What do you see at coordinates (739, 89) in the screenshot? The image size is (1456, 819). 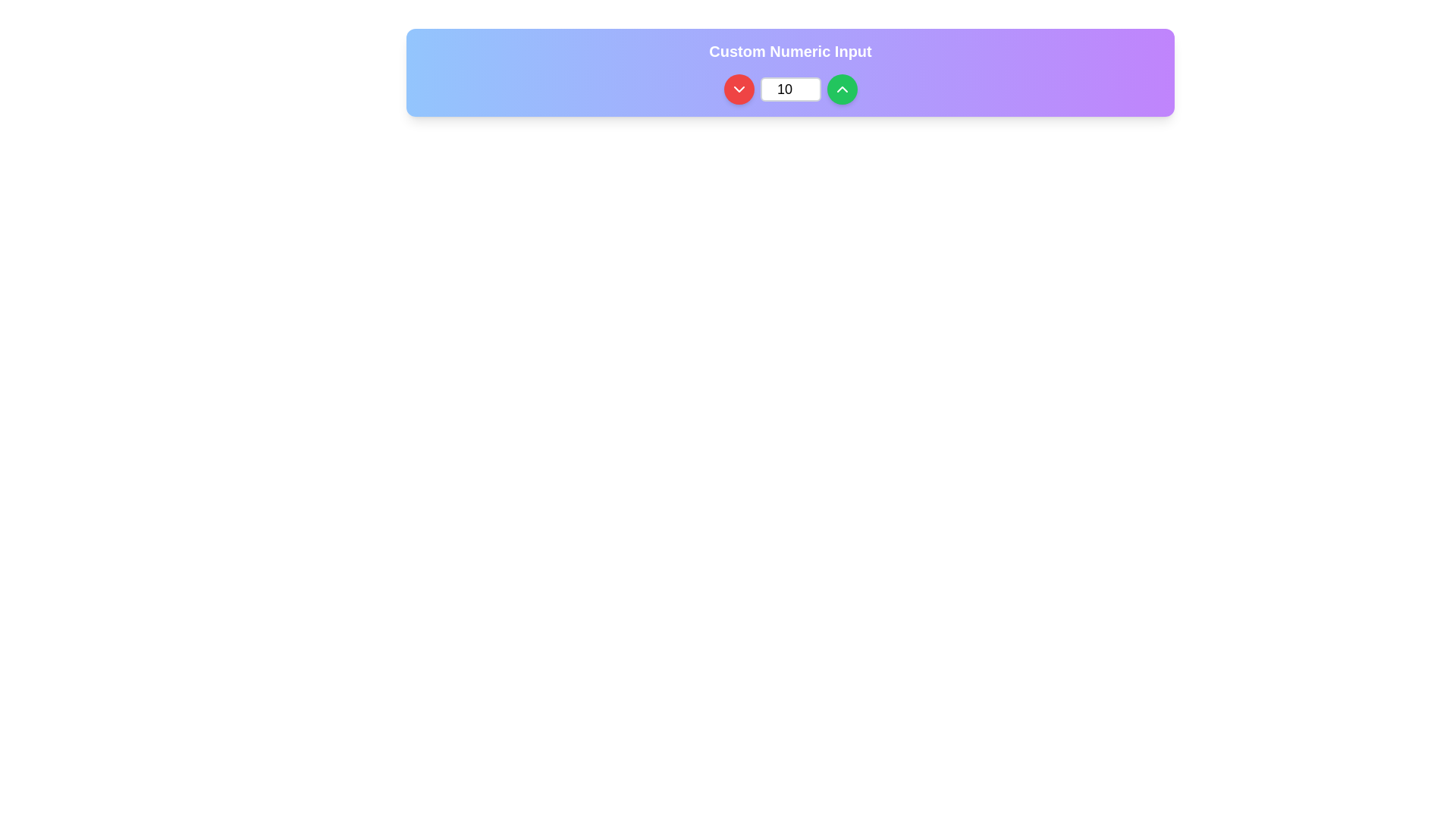 I see `the chevron icon within the red circular button` at bounding box center [739, 89].